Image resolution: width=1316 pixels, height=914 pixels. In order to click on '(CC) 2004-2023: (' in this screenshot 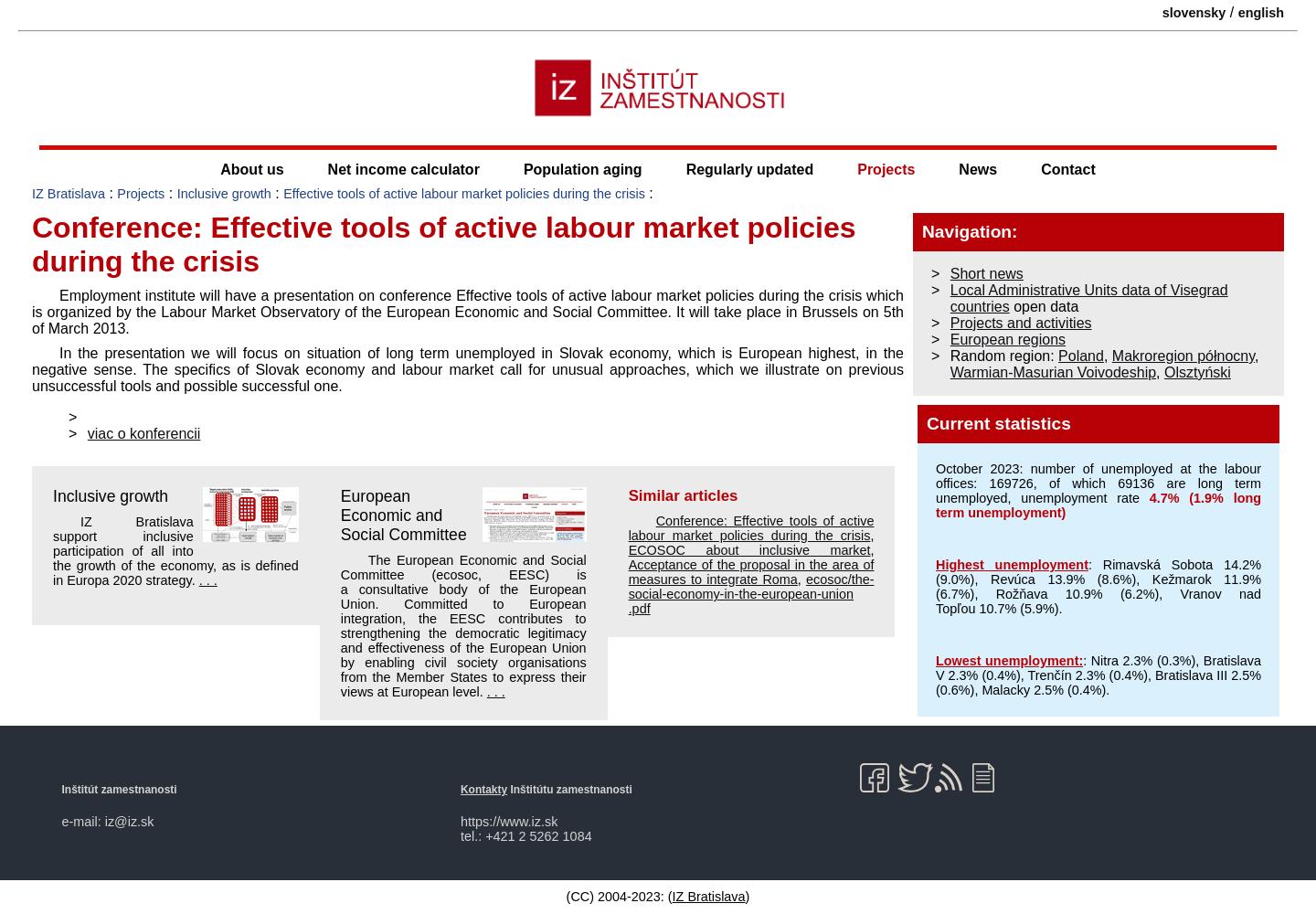, I will do `click(618, 895)`.